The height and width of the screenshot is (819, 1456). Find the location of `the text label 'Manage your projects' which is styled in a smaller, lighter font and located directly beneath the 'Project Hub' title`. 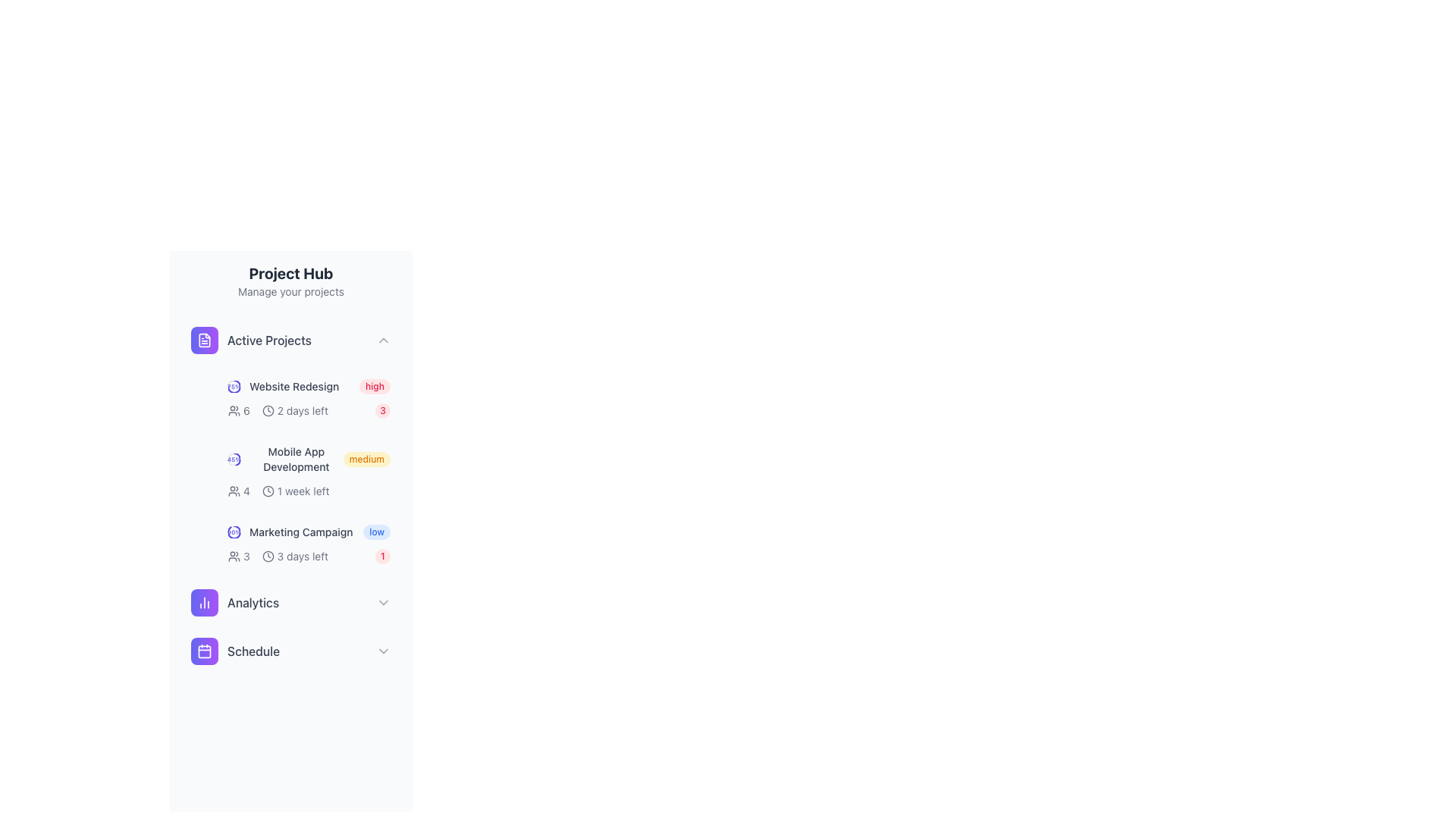

the text label 'Manage your projects' which is styled in a smaller, lighter font and located directly beneath the 'Project Hub' title is located at coordinates (291, 292).